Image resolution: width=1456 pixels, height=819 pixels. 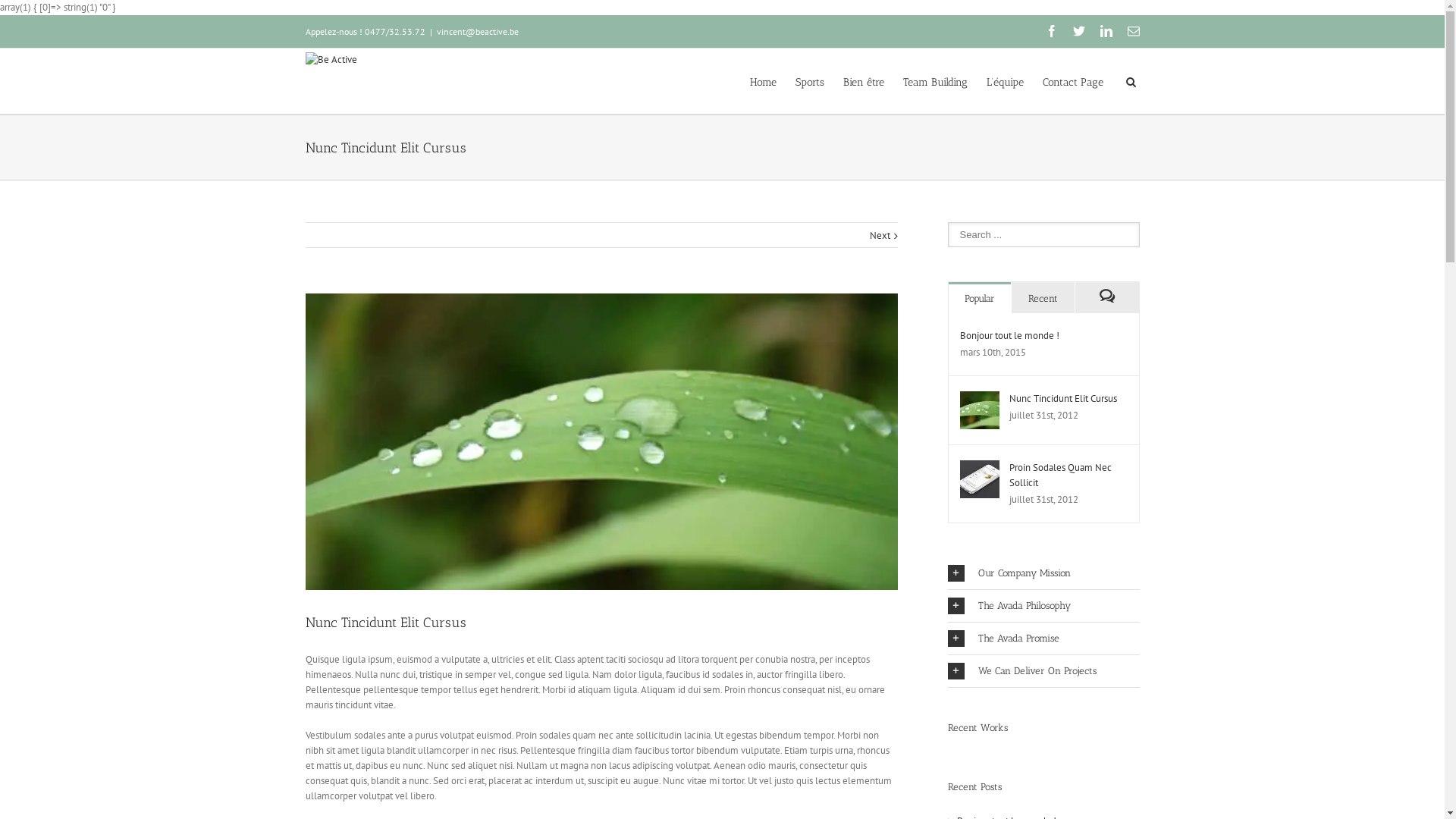 What do you see at coordinates (979, 297) in the screenshot?
I see `'Popular'` at bounding box center [979, 297].